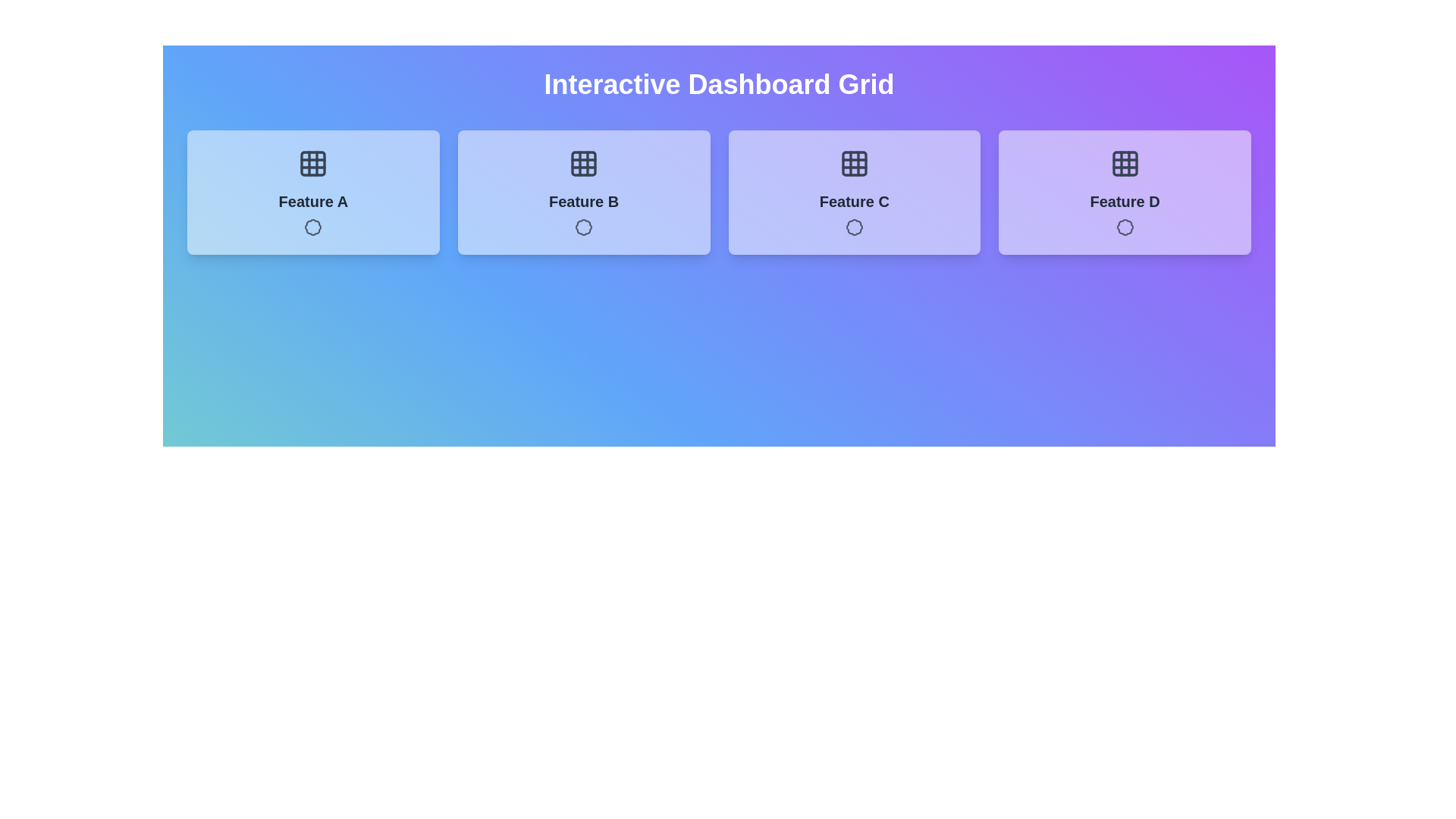 This screenshot has height=819, width=1456. What do you see at coordinates (312, 227) in the screenshot?
I see `the icon or graphical symbol associated with the card labeled 'Feature A', which is located in the bottom central portion of the card directly below the card title` at bounding box center [312, 227].